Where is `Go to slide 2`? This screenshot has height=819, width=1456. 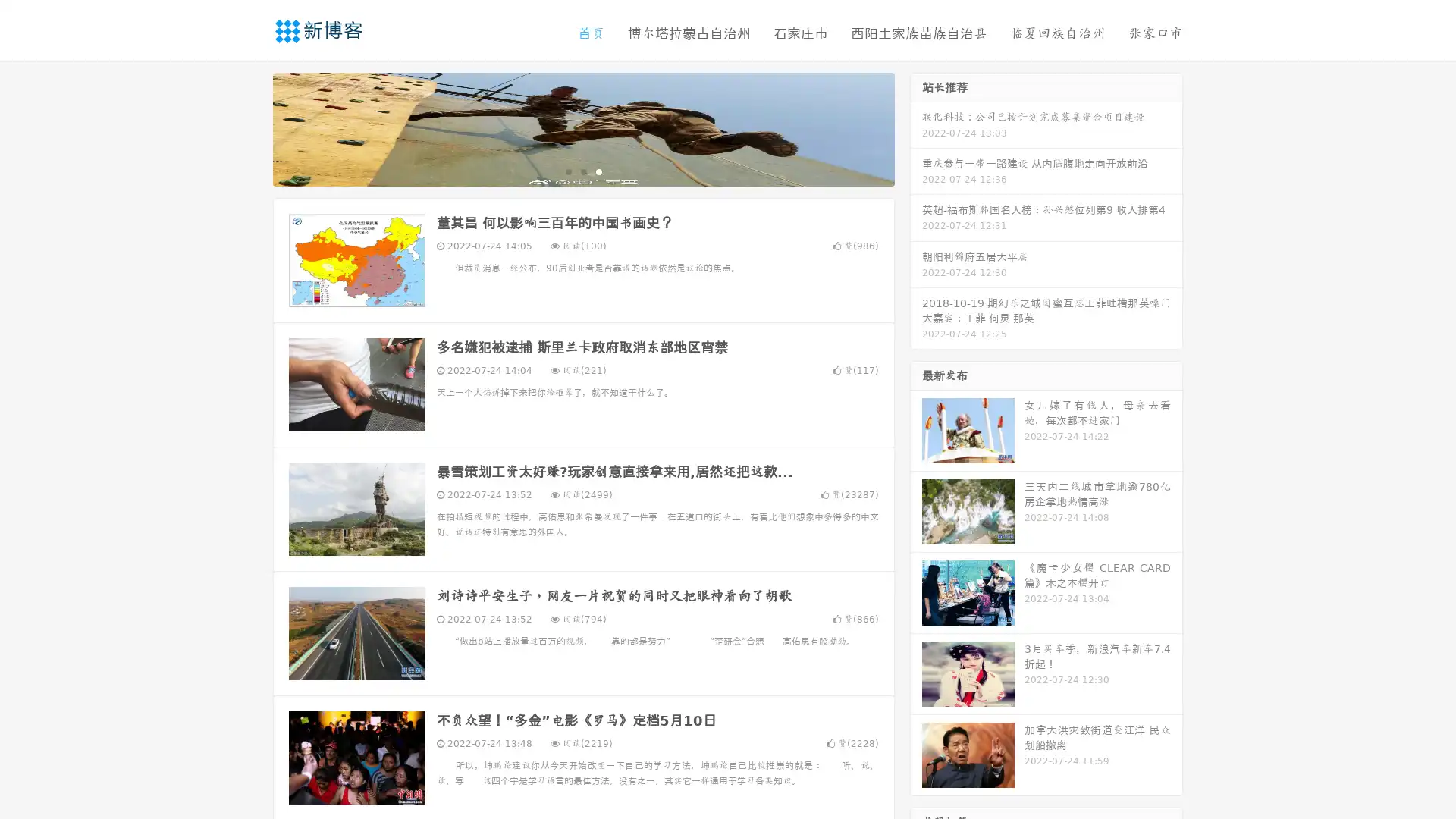 Go to slide 2 is located at coordinates (582, 171).